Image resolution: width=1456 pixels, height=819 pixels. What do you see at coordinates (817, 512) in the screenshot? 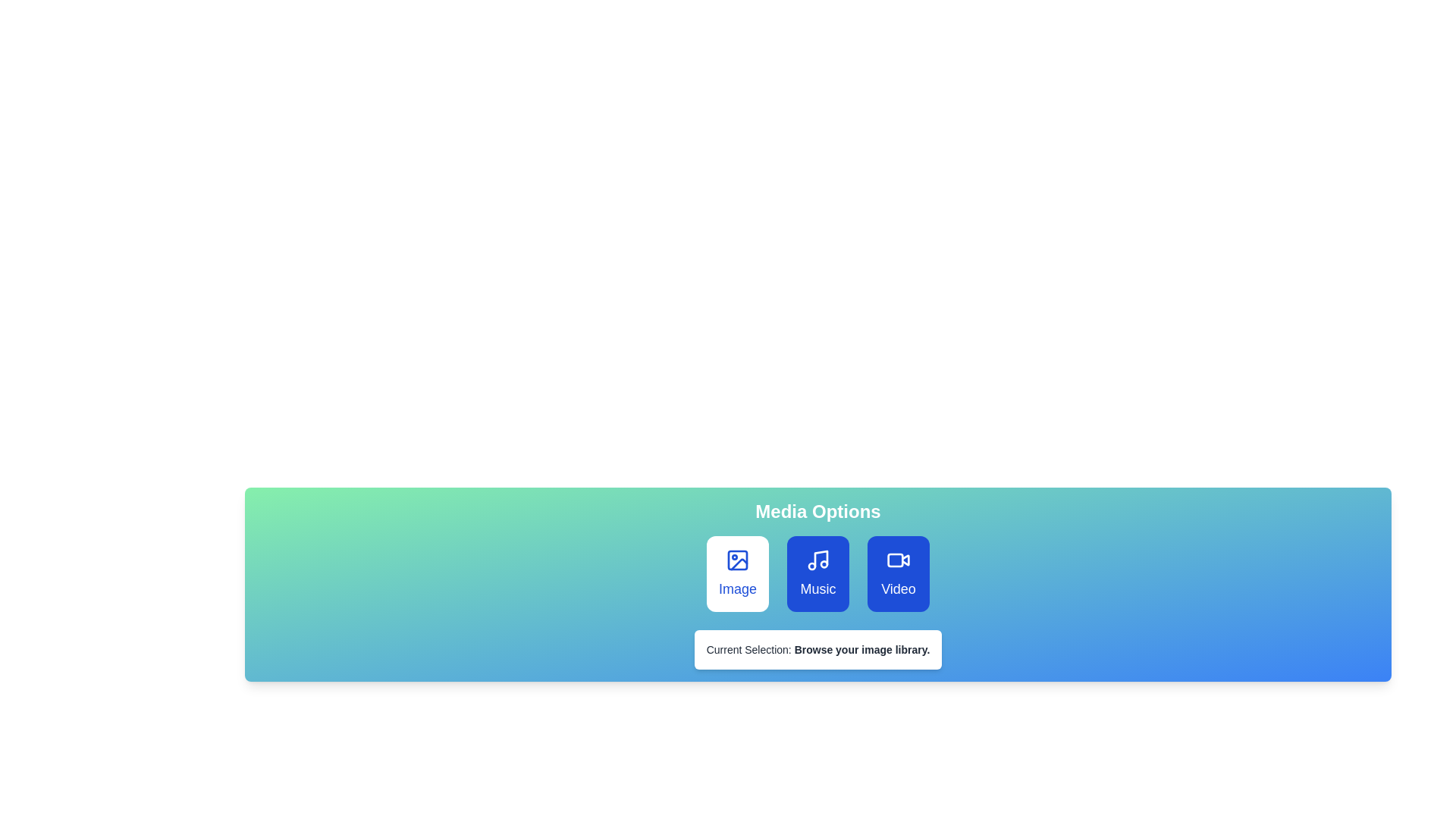
I see `the header text element that indicates the purpose of the section for selecting media types` at bounding box center [817, 512].